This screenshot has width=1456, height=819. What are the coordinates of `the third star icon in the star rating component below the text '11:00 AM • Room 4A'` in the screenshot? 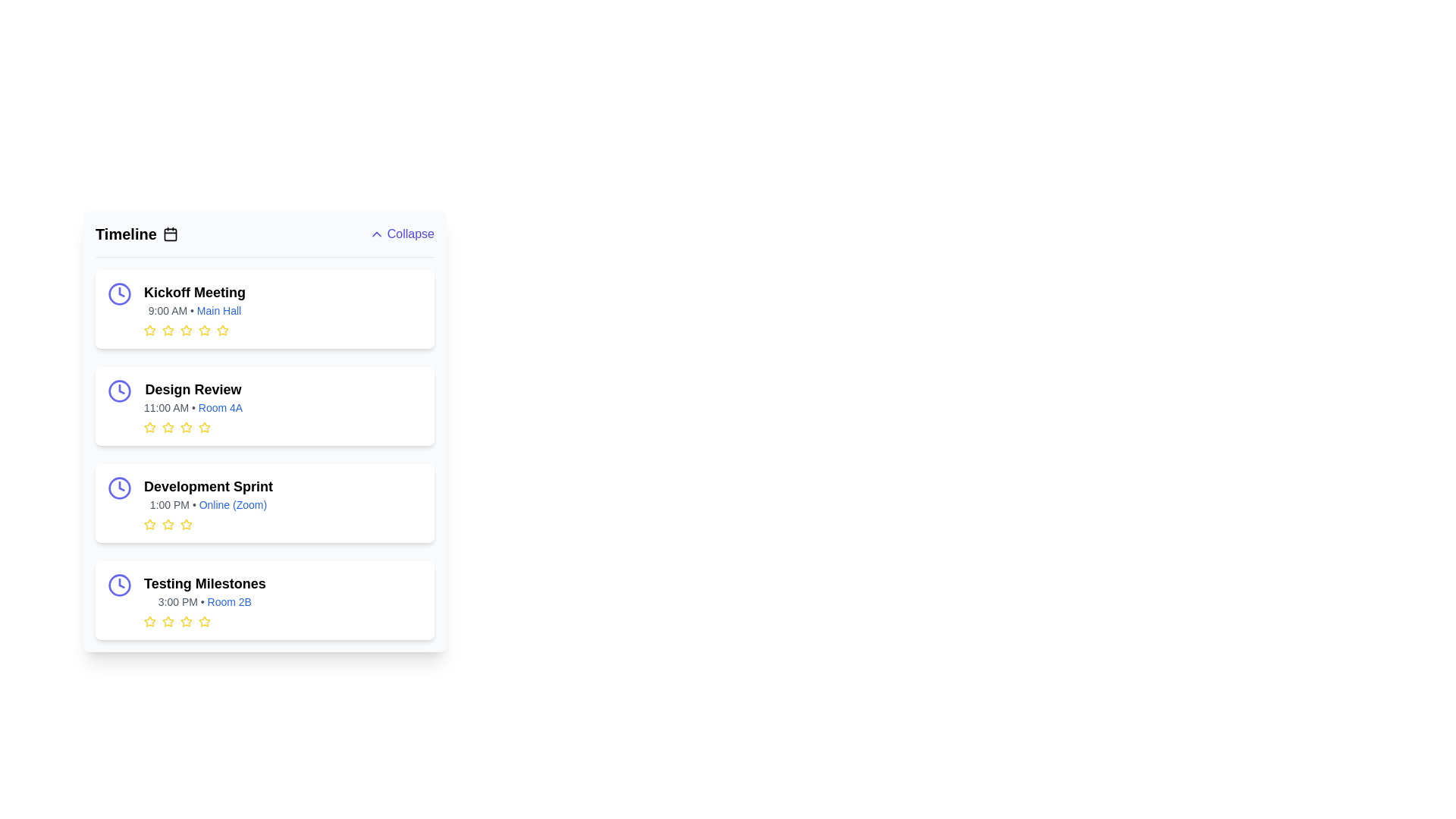 It's located at (192, 427).